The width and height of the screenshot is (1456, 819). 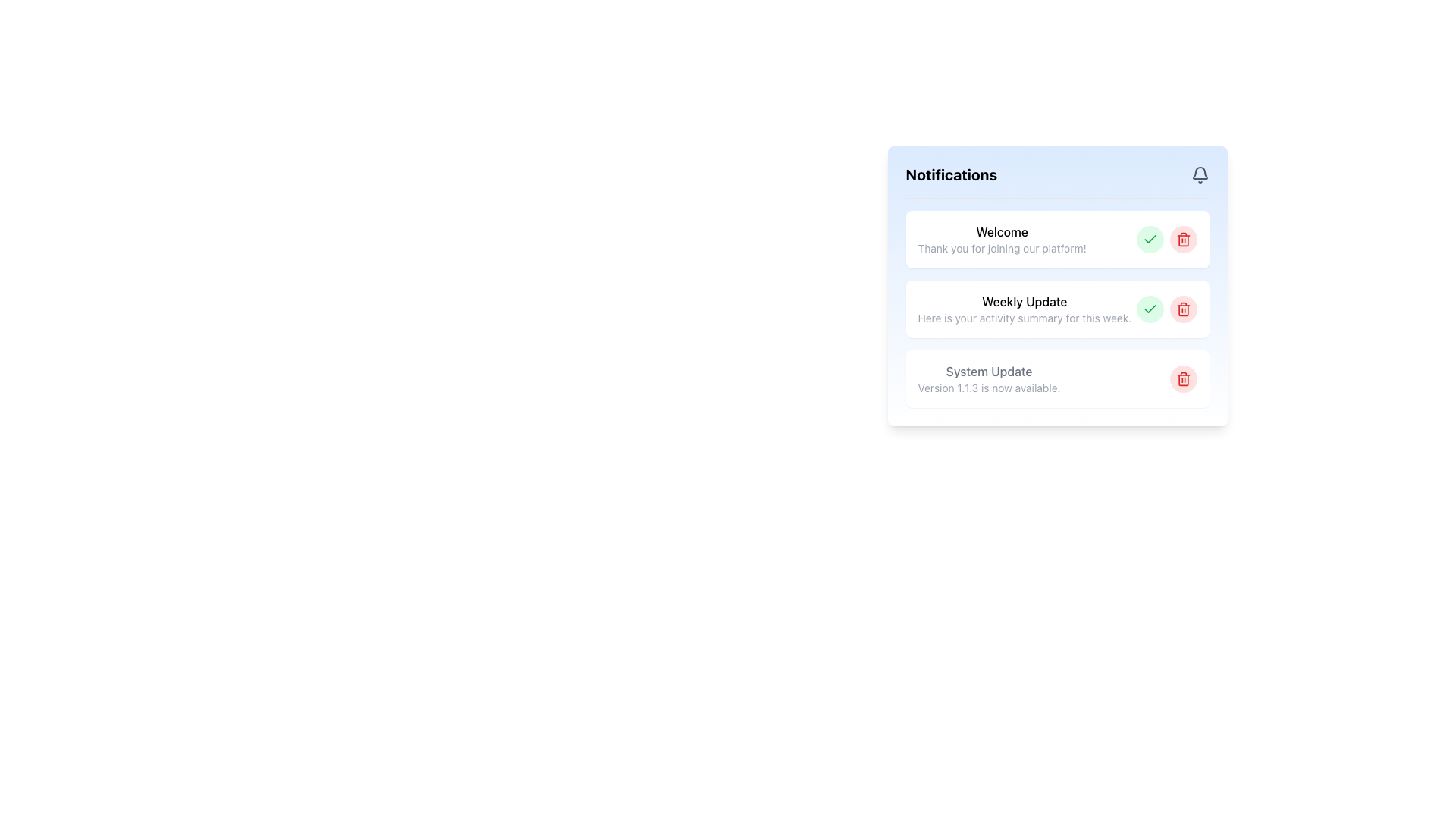 What do you see at coordinates (1150, 239) in the screenshot?
I see `the button in the uppermost notification card on the right side to mark the associated notification as resolved or acknowledged` at bounding box center [1150, 239].